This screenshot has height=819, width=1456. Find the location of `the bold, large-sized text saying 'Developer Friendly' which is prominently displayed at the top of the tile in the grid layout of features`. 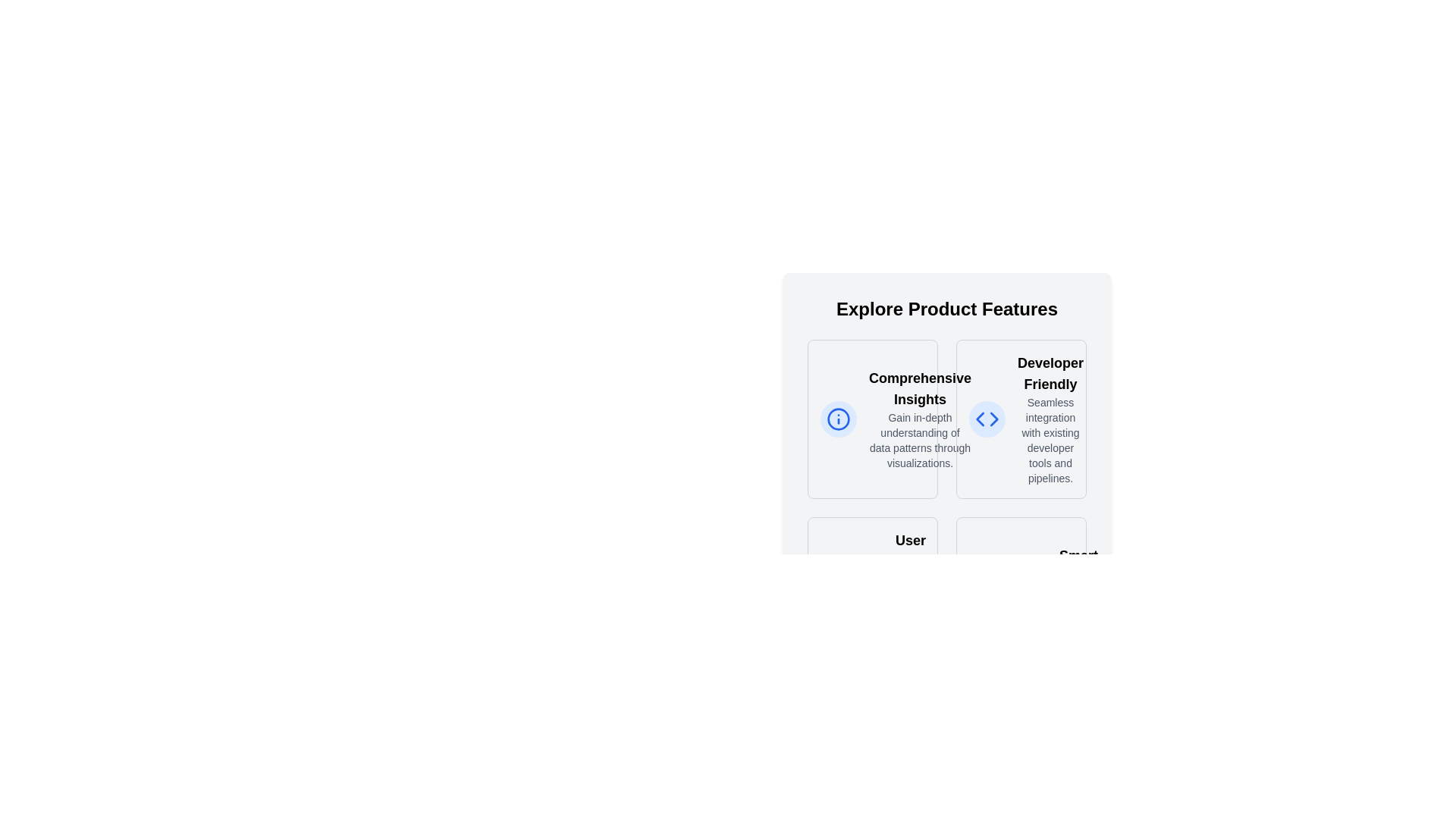

the bold, large-sized text saying 'Developer Friendly' which is prominently displayed at the top of the tile in the grid layout of features is located at coordinates (1050, 374).